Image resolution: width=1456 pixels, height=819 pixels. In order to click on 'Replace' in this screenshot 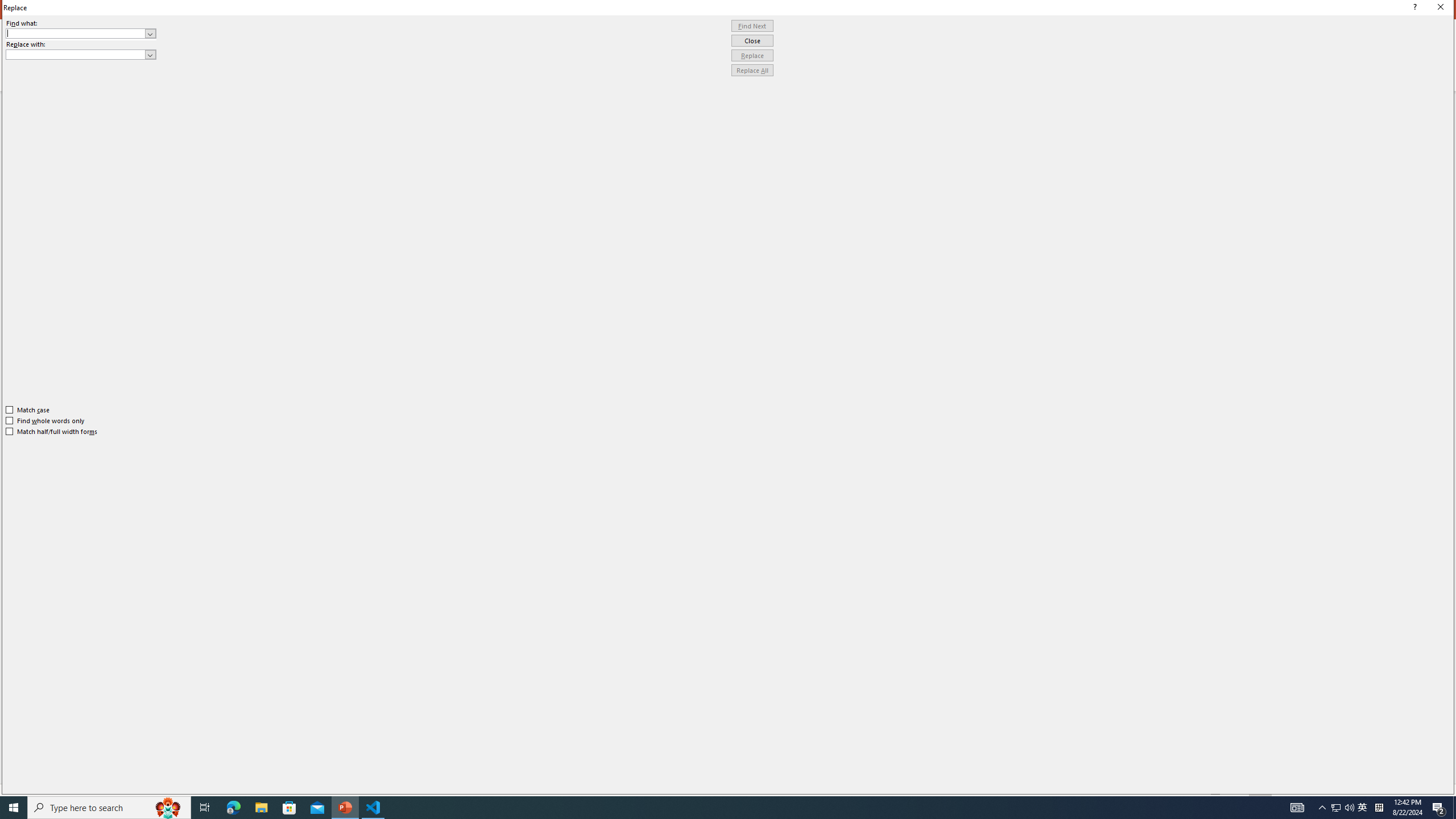, I will do `click(752, 55)`.